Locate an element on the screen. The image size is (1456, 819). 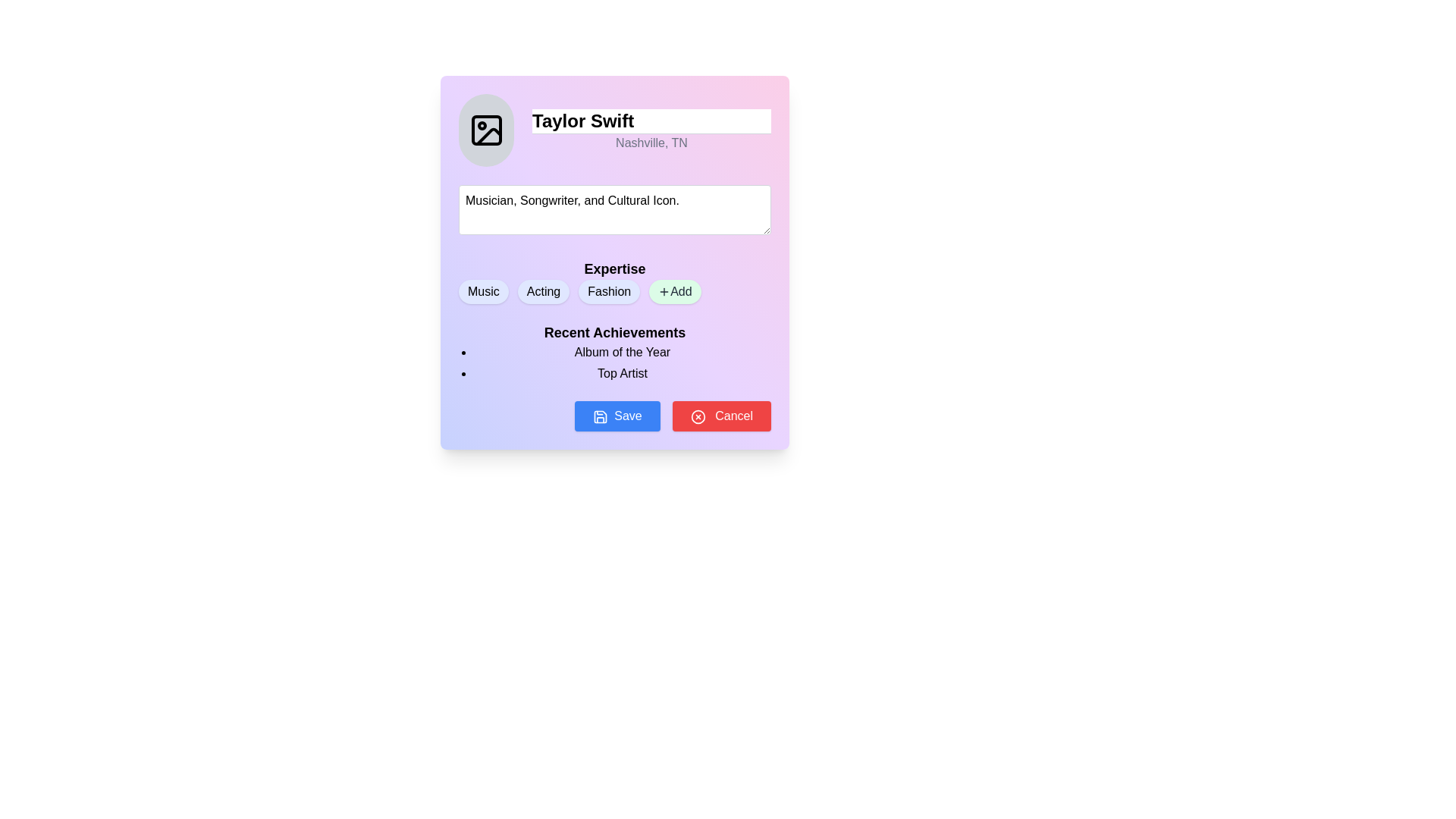
the SVG circle graphic located near the top-right corner of the interface, which is part of the 'Cancel' button design is located at coordinates (697, 416).